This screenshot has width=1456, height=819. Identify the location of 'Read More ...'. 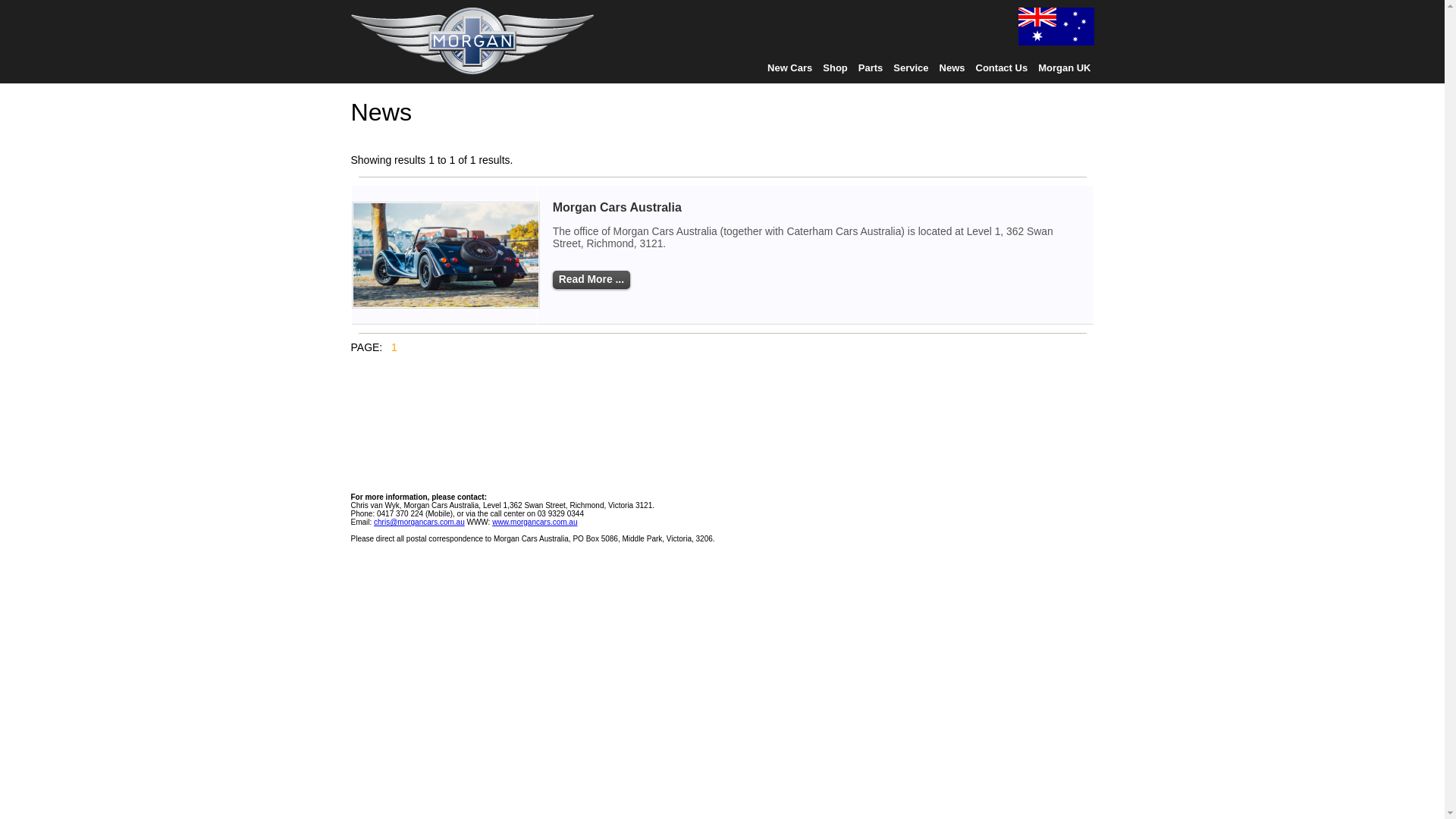
(590, 280).